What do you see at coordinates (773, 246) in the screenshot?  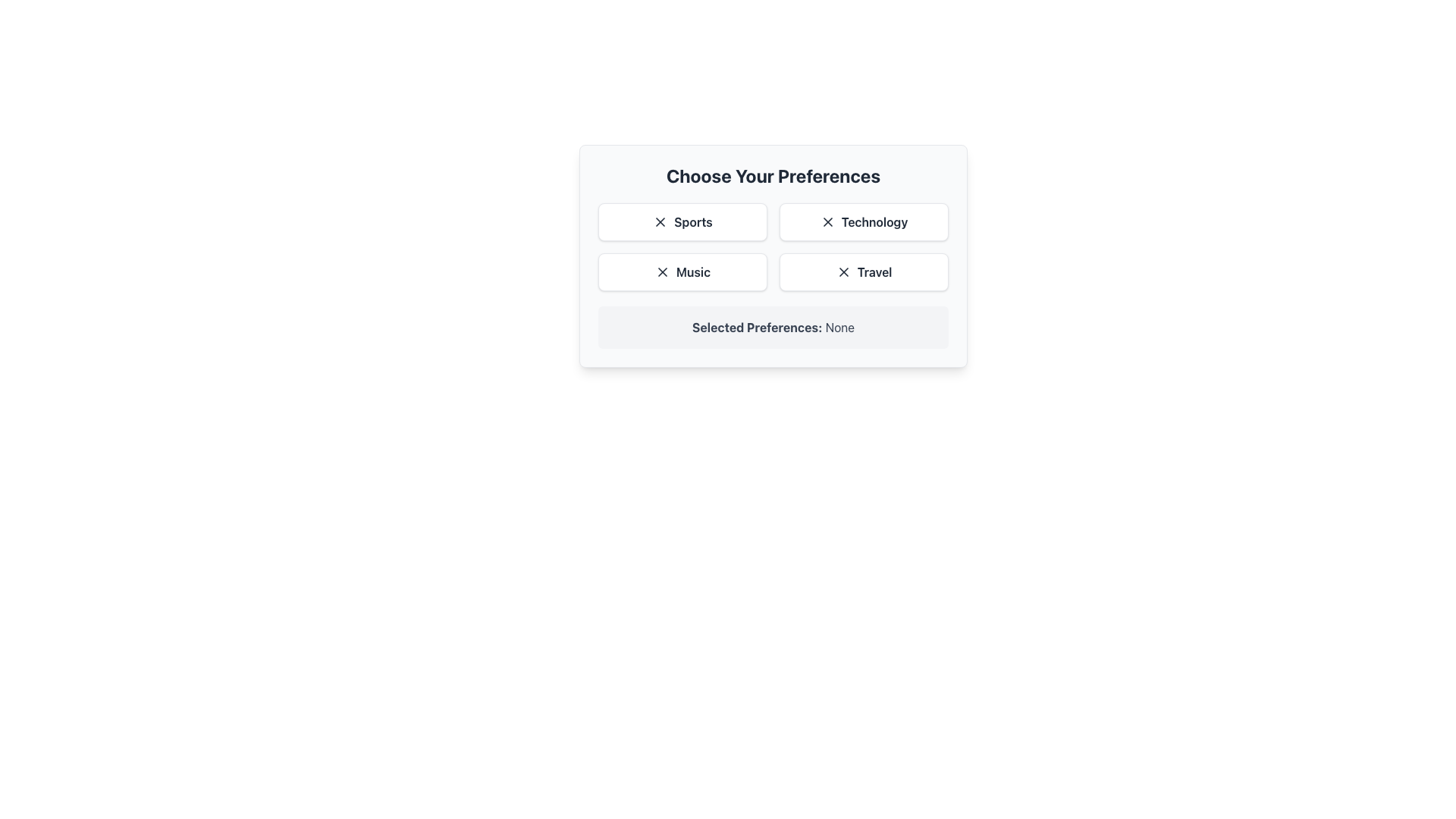 I see `the 'Technology' button` at bounding box center [773, 246].